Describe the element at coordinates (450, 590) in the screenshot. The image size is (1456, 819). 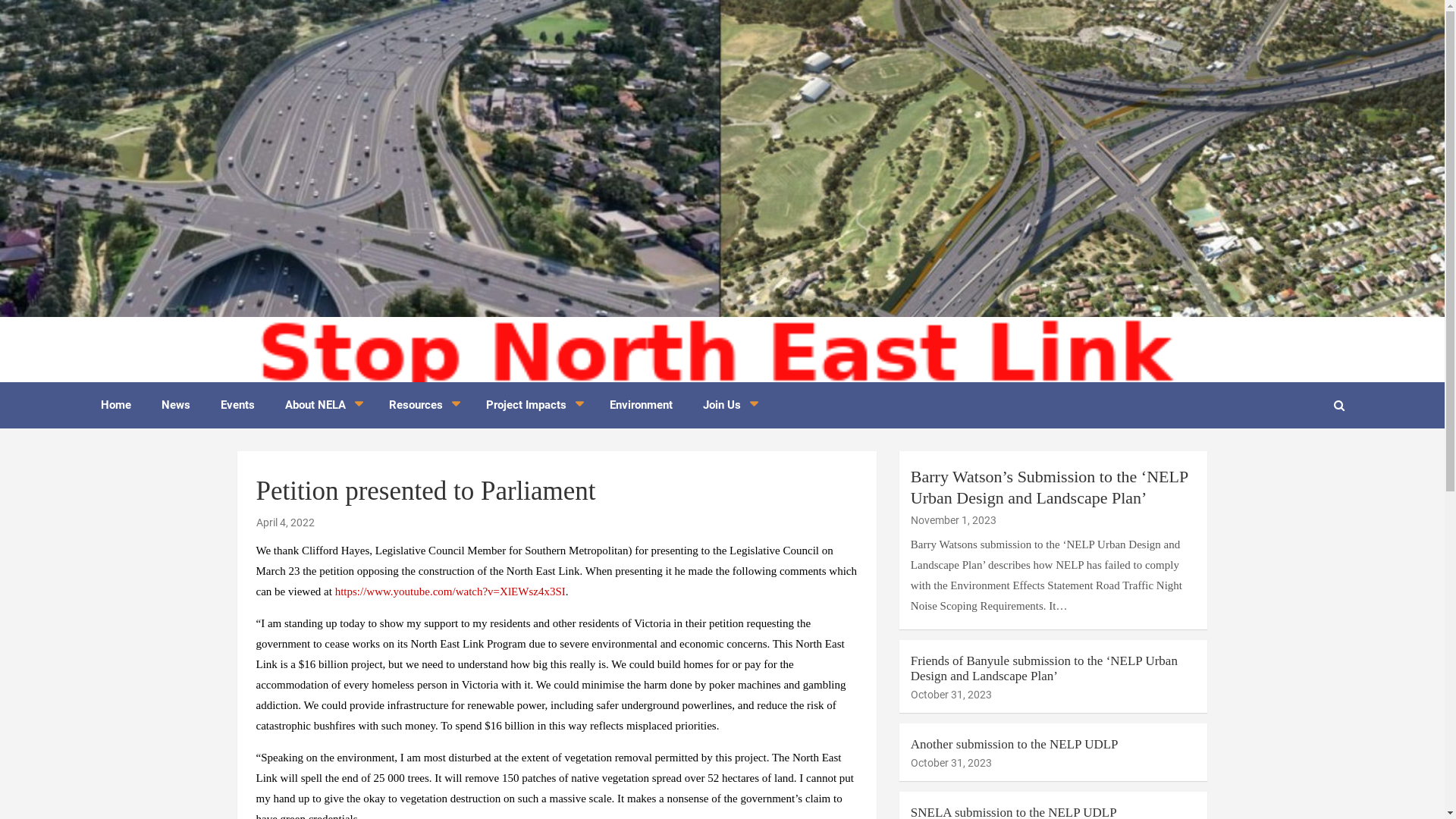
I see `'https://www.youtube.com/watch?v=XlEWsz4x3SI'` at that location.